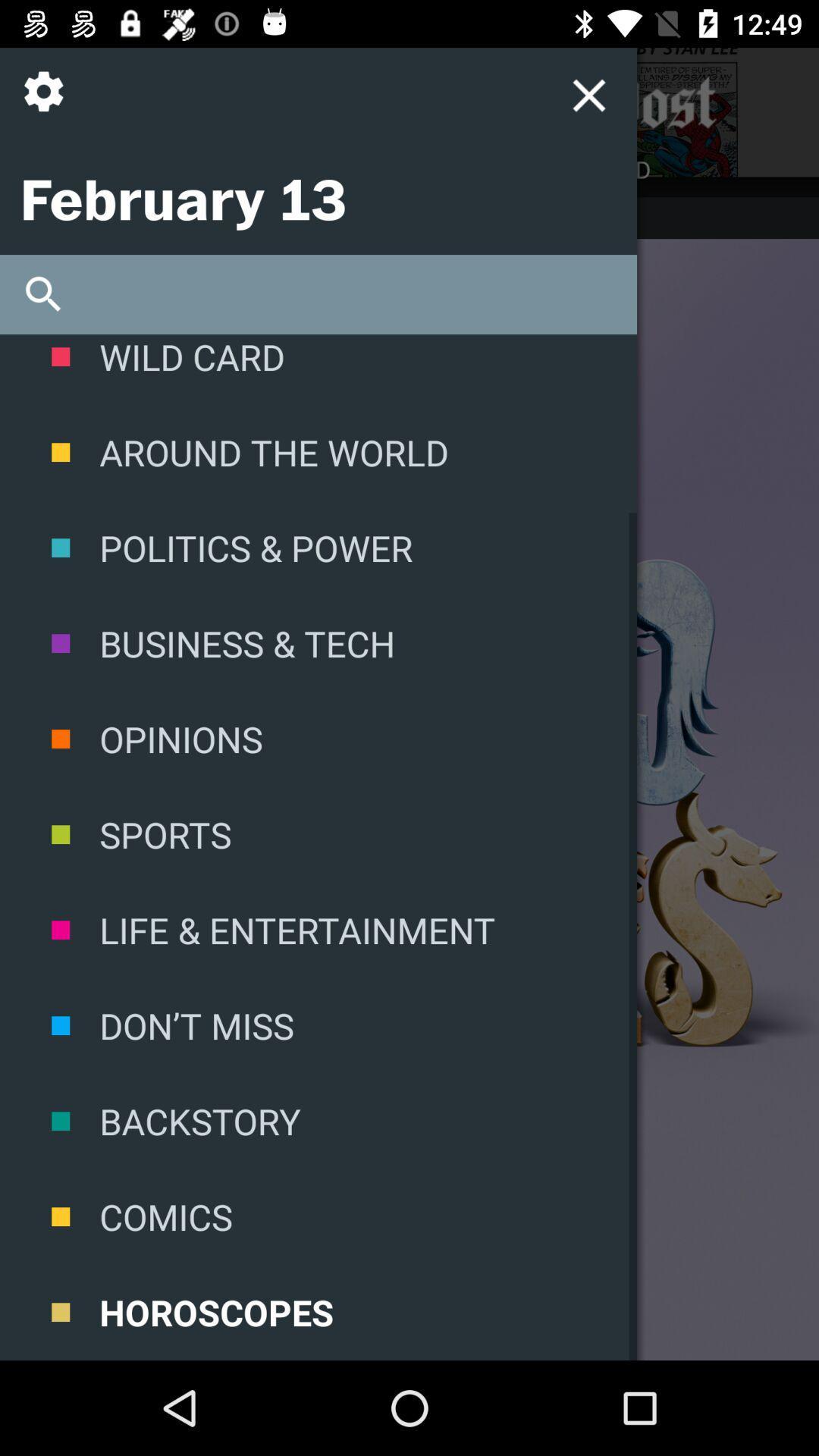 This screenshot has height=1456, width=819. I want to click on icon below the around the world icon, so click(318, 547).